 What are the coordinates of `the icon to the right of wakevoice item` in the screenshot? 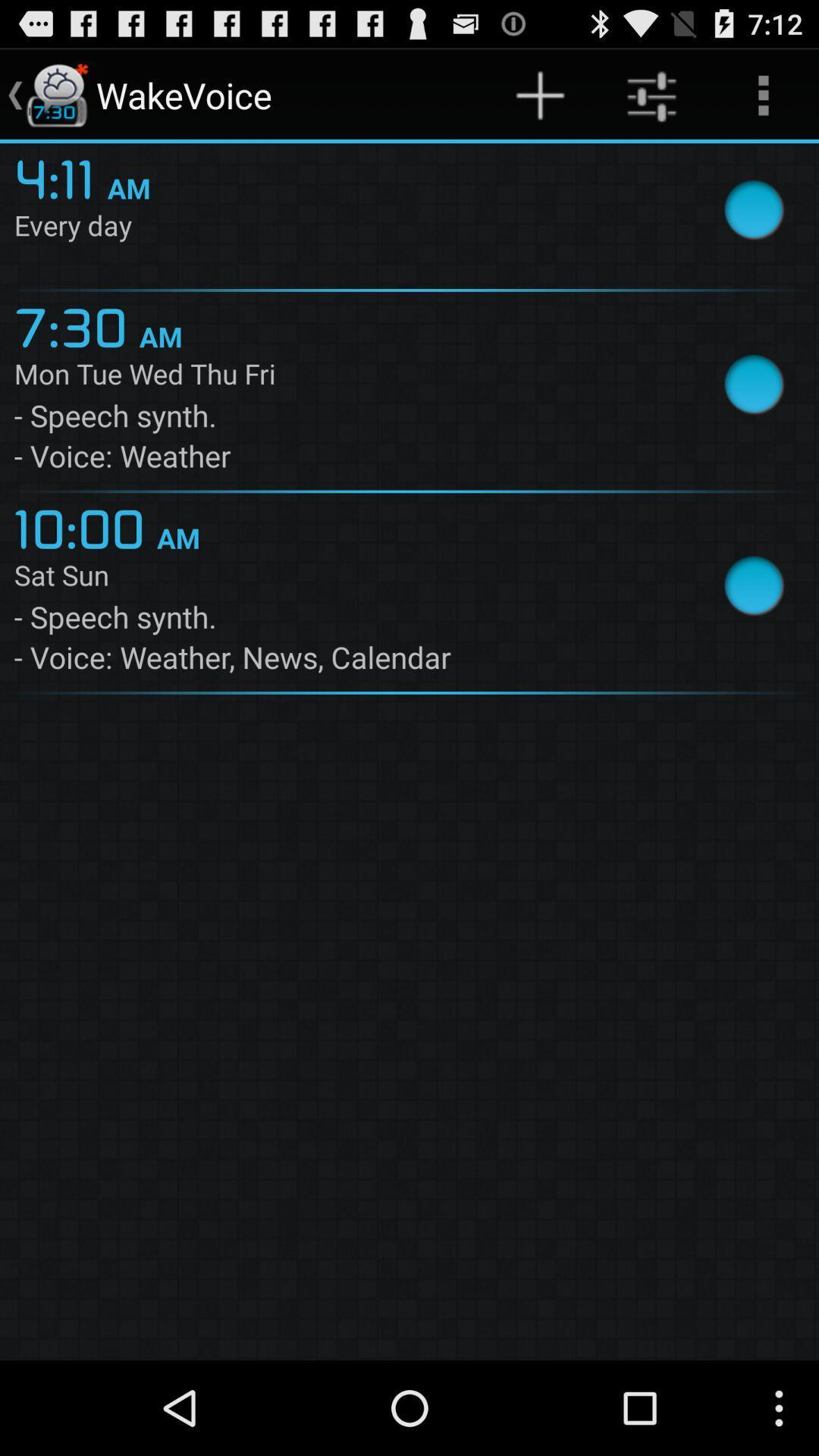 It's located at (539, 94).